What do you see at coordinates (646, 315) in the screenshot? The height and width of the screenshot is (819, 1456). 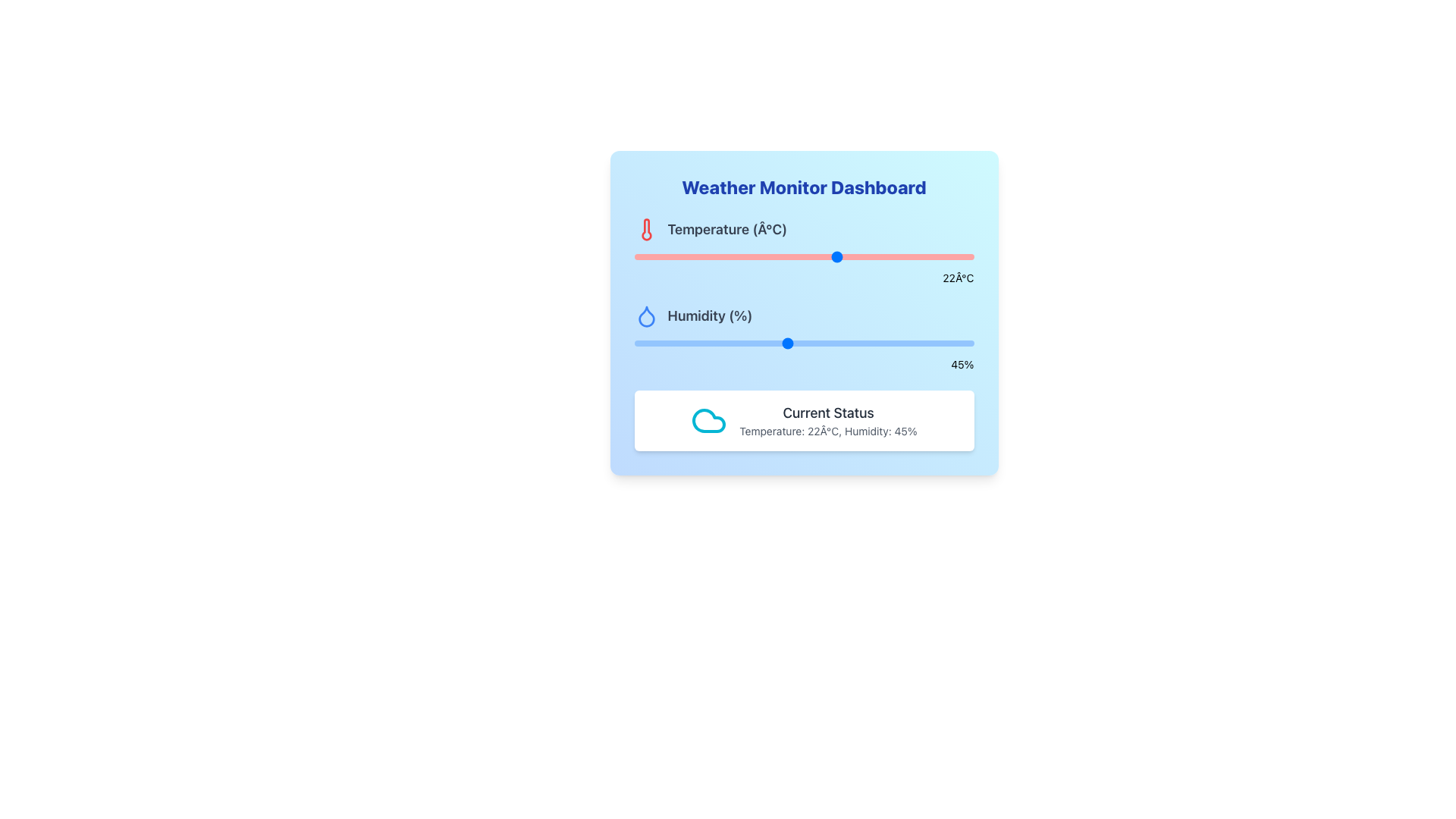 I see `the humidity icon located in the second row of the dashboard, adjacent to the label 'Humidity (%)'` at bounding box center [646, 315].